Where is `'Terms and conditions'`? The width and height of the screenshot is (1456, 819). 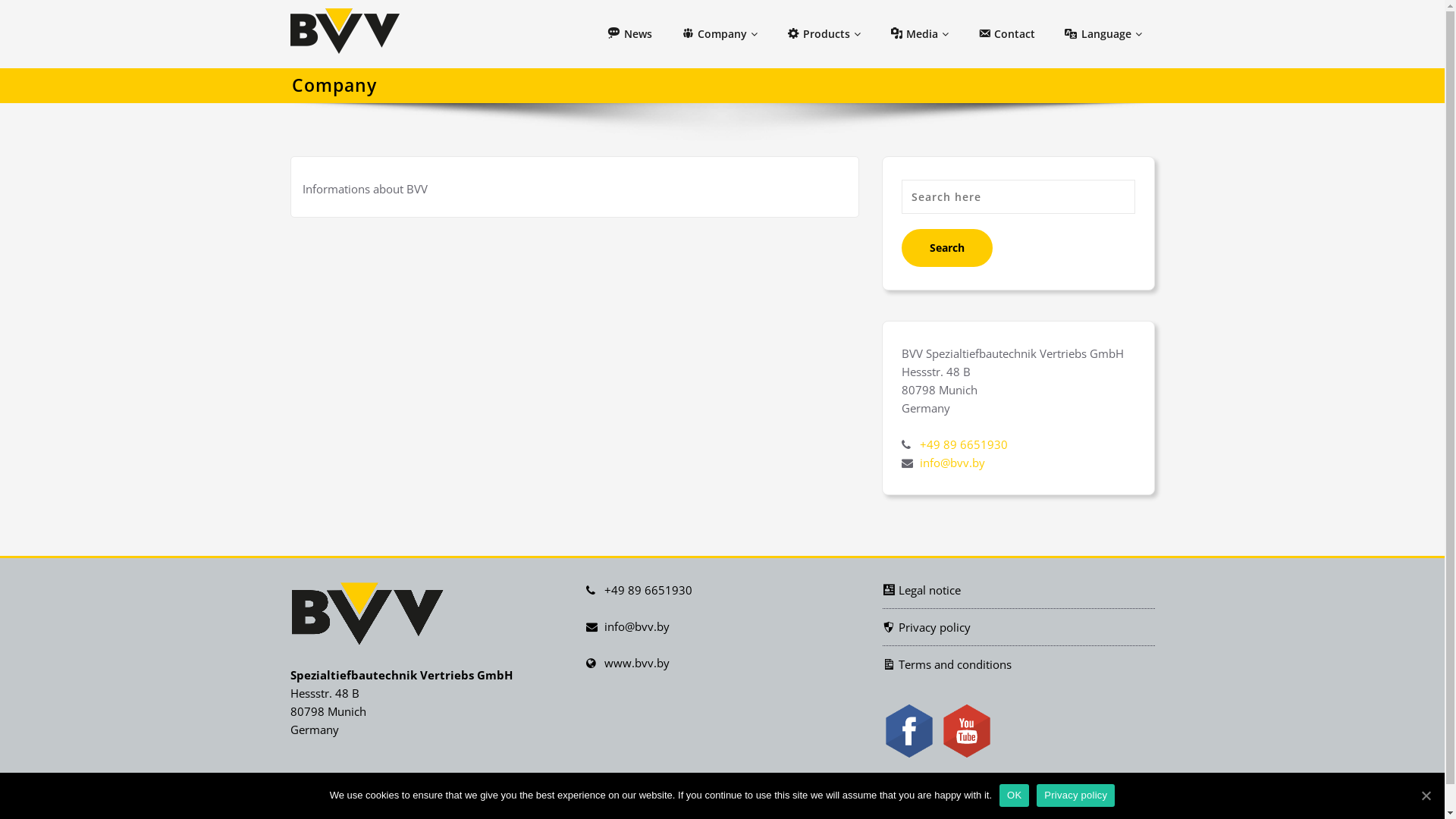
'Terms and conditions' is located at coordinates (946, 663).